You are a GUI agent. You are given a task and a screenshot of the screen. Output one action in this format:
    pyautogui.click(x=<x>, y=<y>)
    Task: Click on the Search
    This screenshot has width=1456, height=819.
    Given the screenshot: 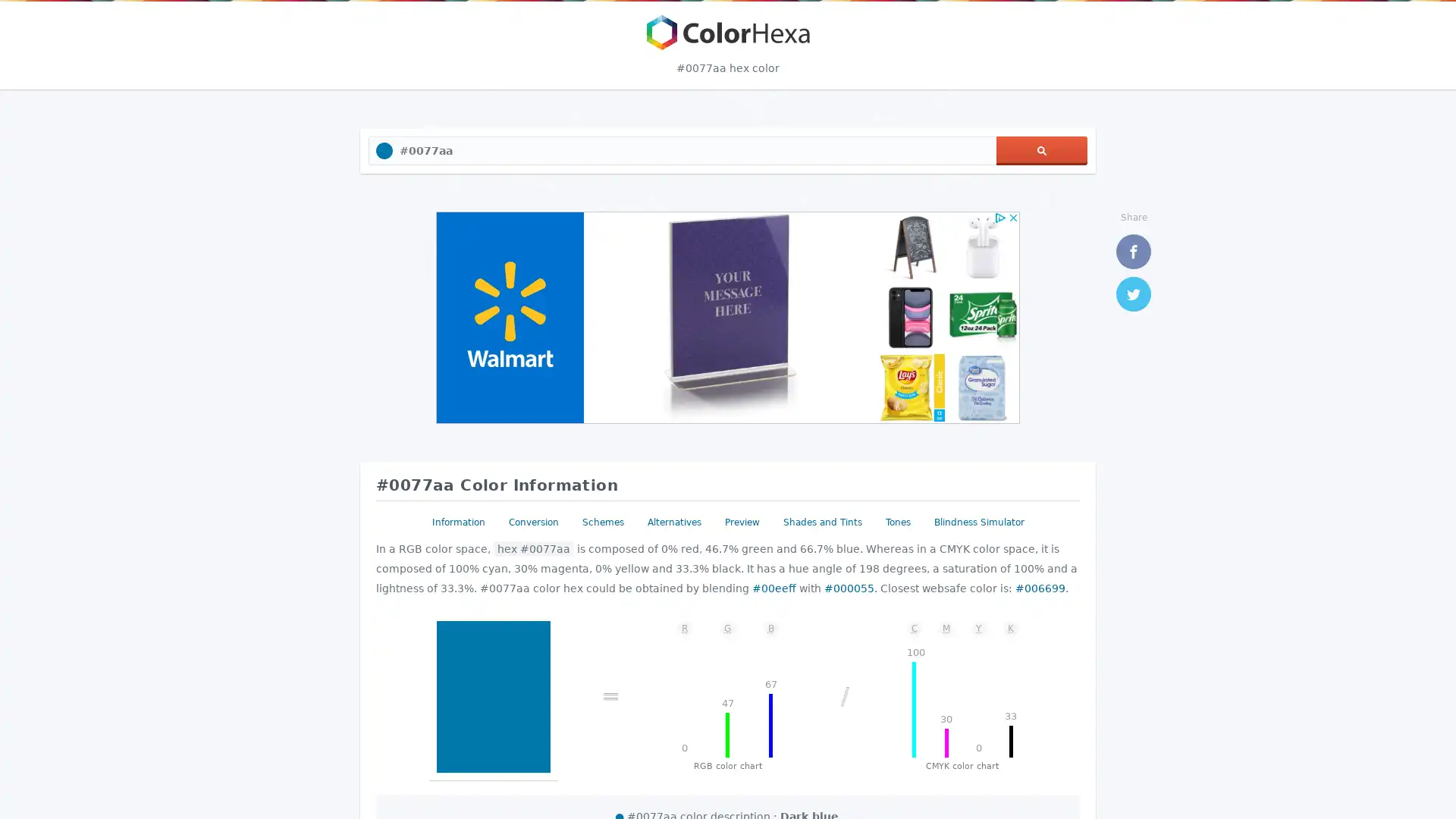 What is the action you would take?
    pyautogui.click(x=1040, y=151)
    